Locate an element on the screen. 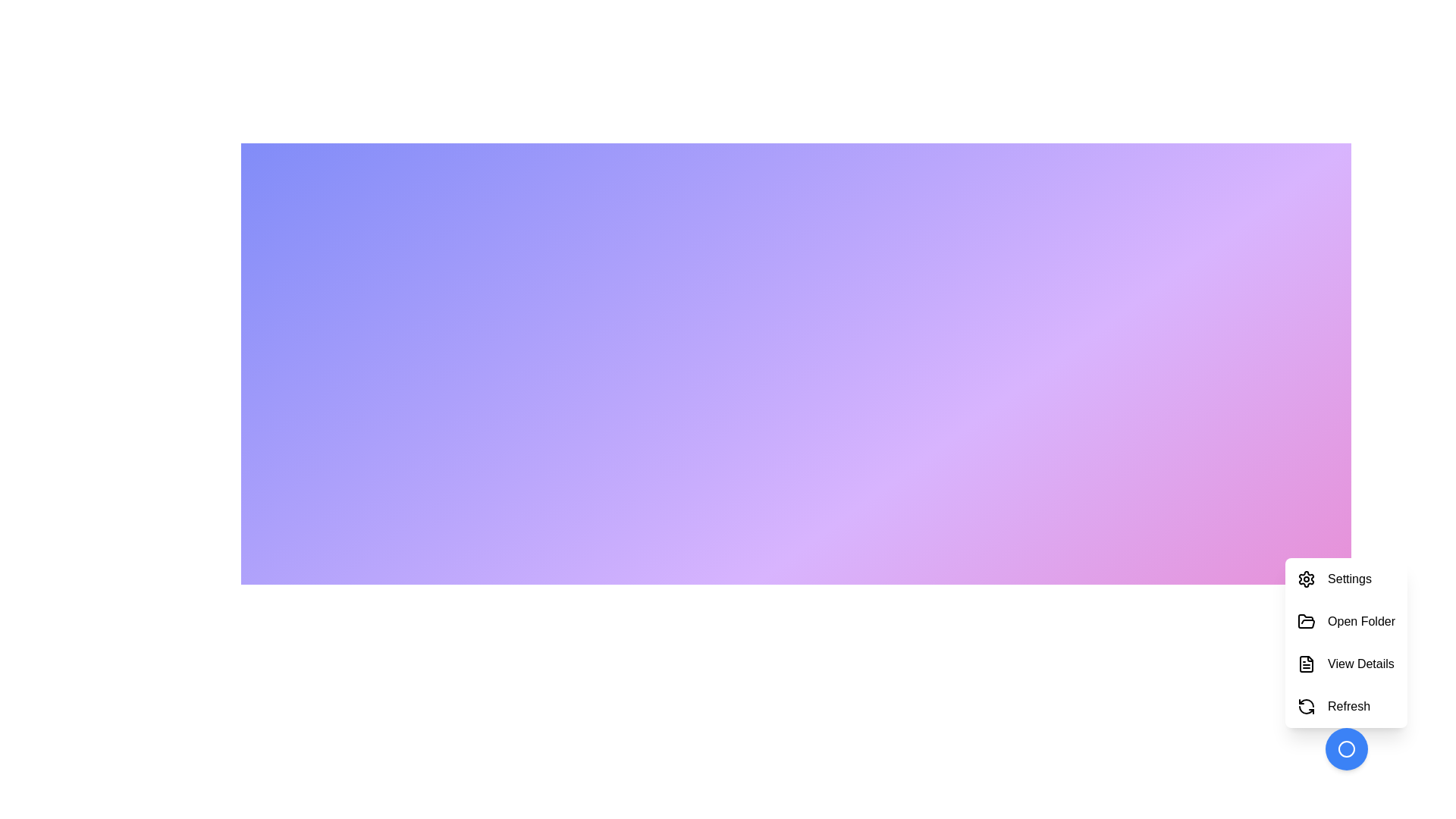 Image resolution: width=1456 pixels, height=819 pixels. the menu item labeled Open Folder is located at coordinates (1346, 622).